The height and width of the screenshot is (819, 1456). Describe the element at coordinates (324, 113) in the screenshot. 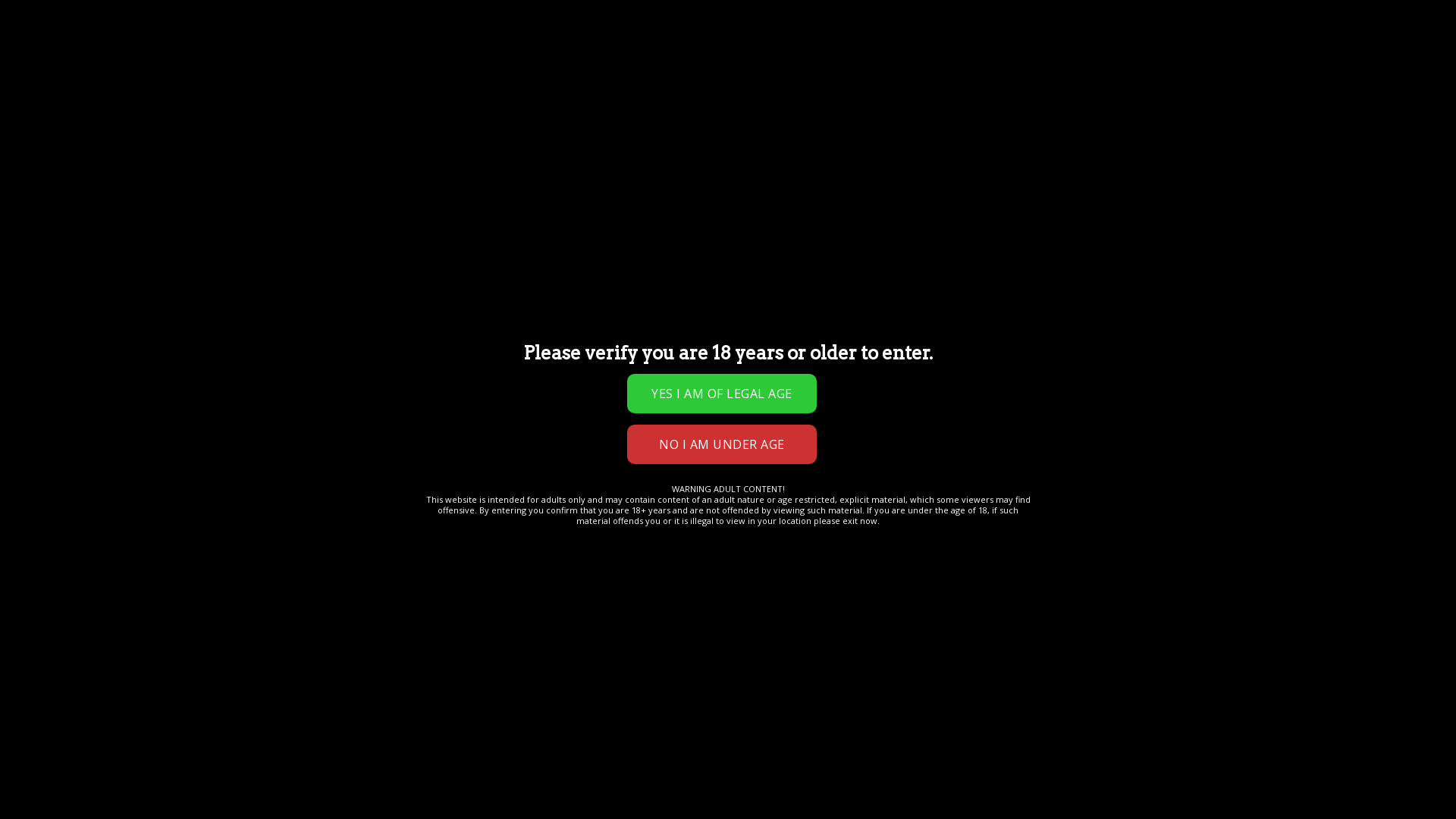

I see `'DETOX'` at that location.